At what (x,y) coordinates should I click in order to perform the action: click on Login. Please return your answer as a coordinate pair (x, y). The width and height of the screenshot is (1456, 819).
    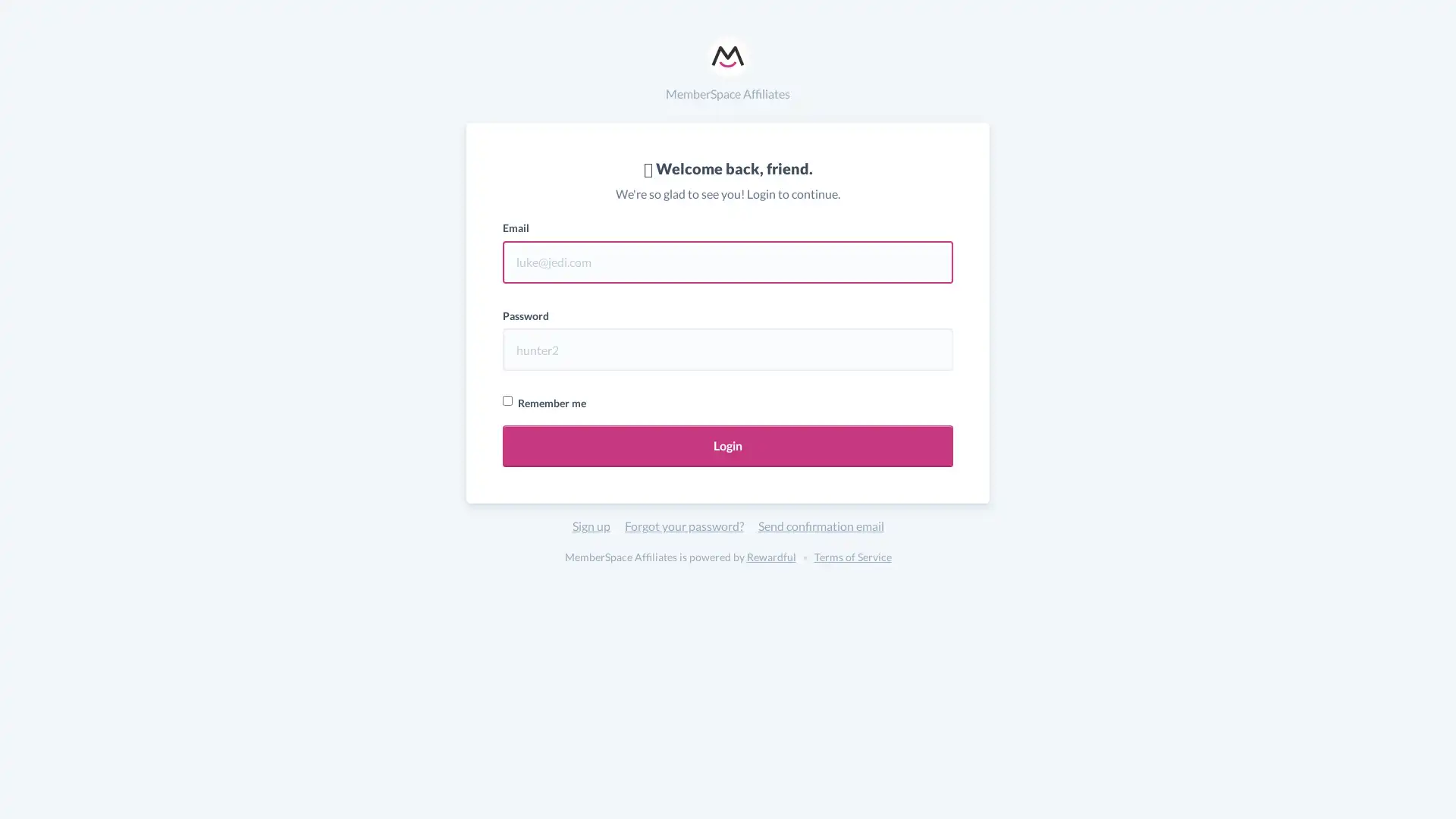
    Looking at the image, I should click on (728, 445).